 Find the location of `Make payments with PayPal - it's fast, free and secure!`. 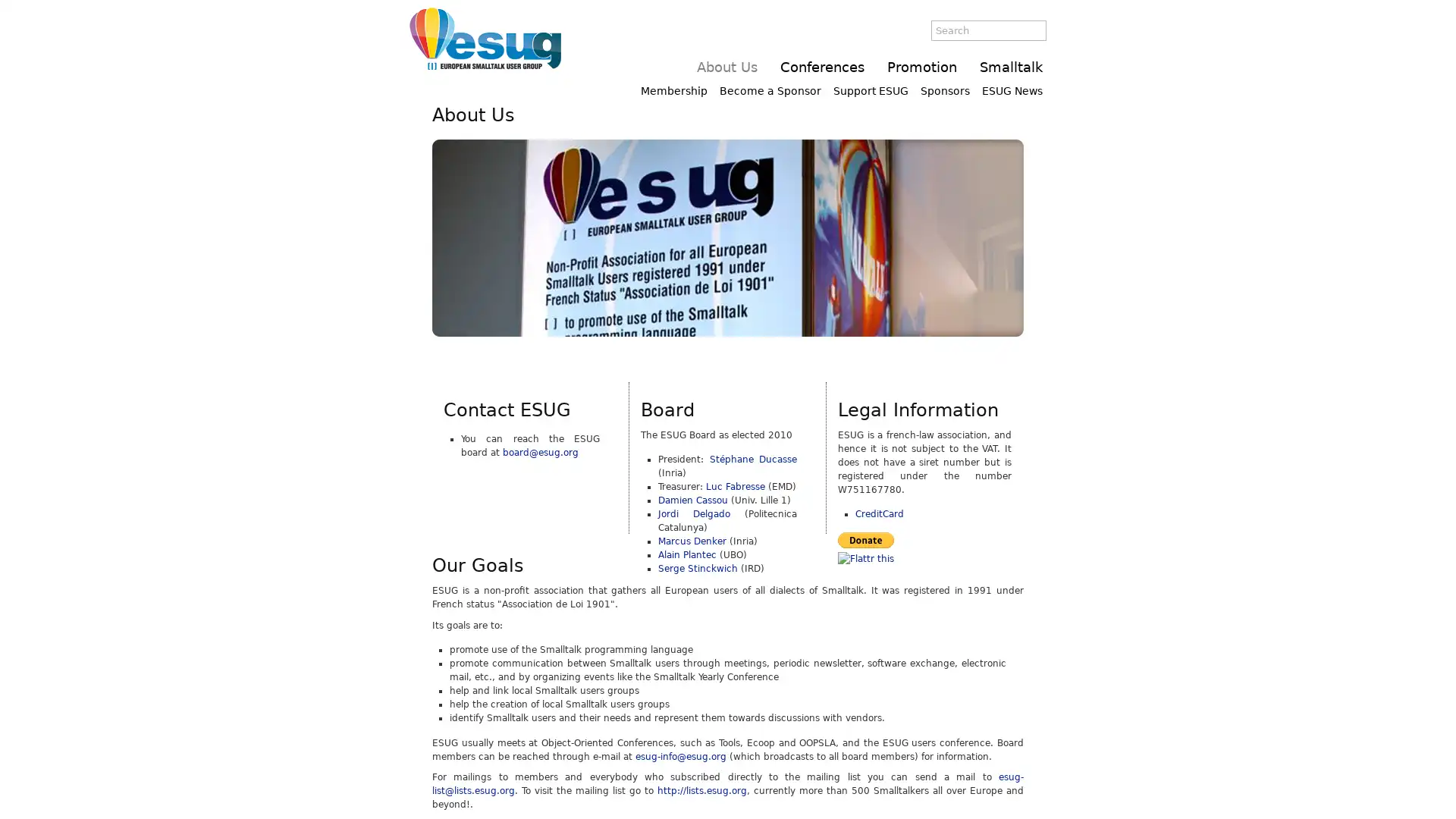

Make payments with PayPal - it's fast, free and secure! is located at coordinates (866, 538).